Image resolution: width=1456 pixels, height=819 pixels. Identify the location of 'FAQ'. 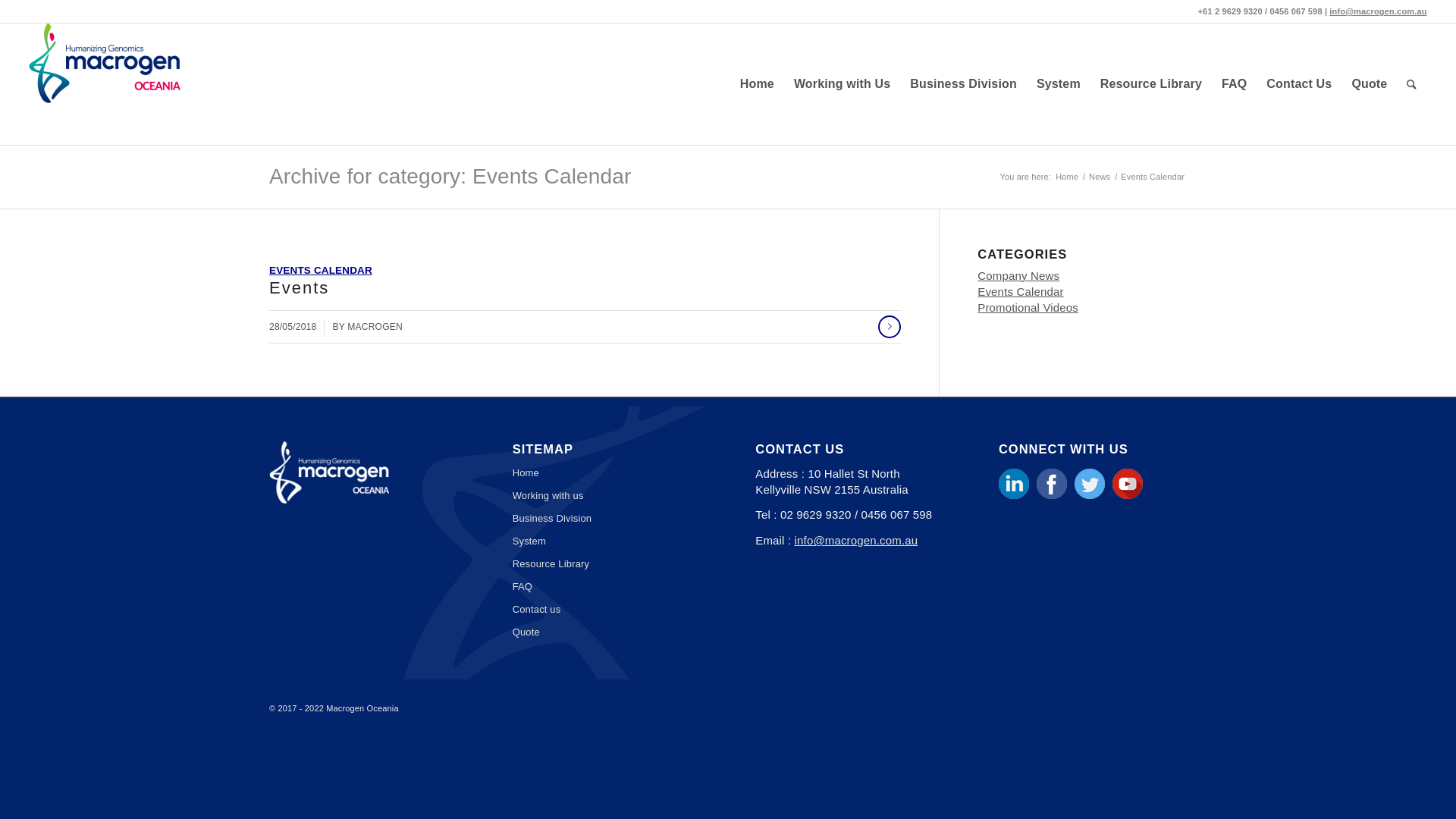
(1234, 84).